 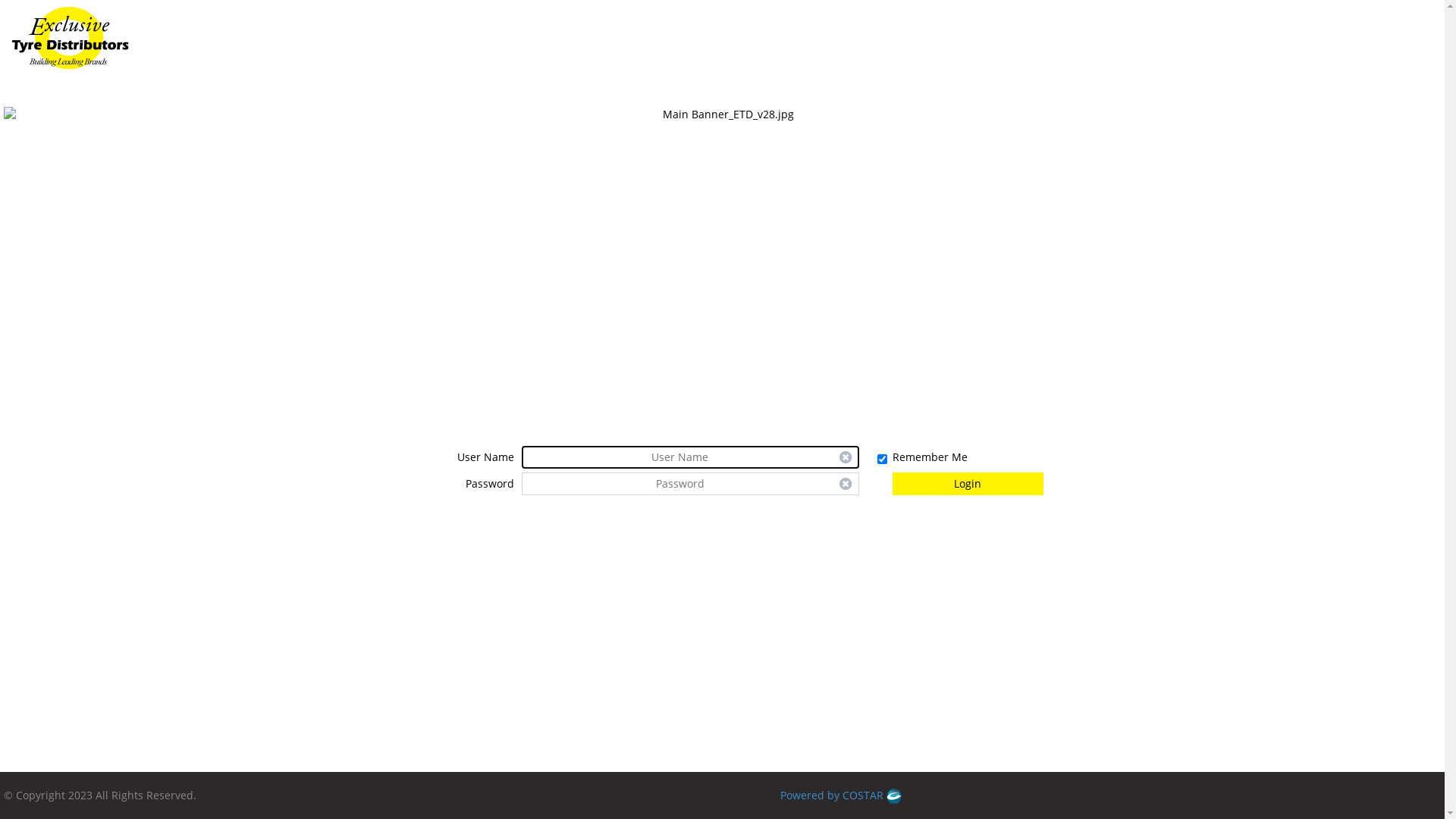 I want to click on 'Login', so click(x=892, y=483).